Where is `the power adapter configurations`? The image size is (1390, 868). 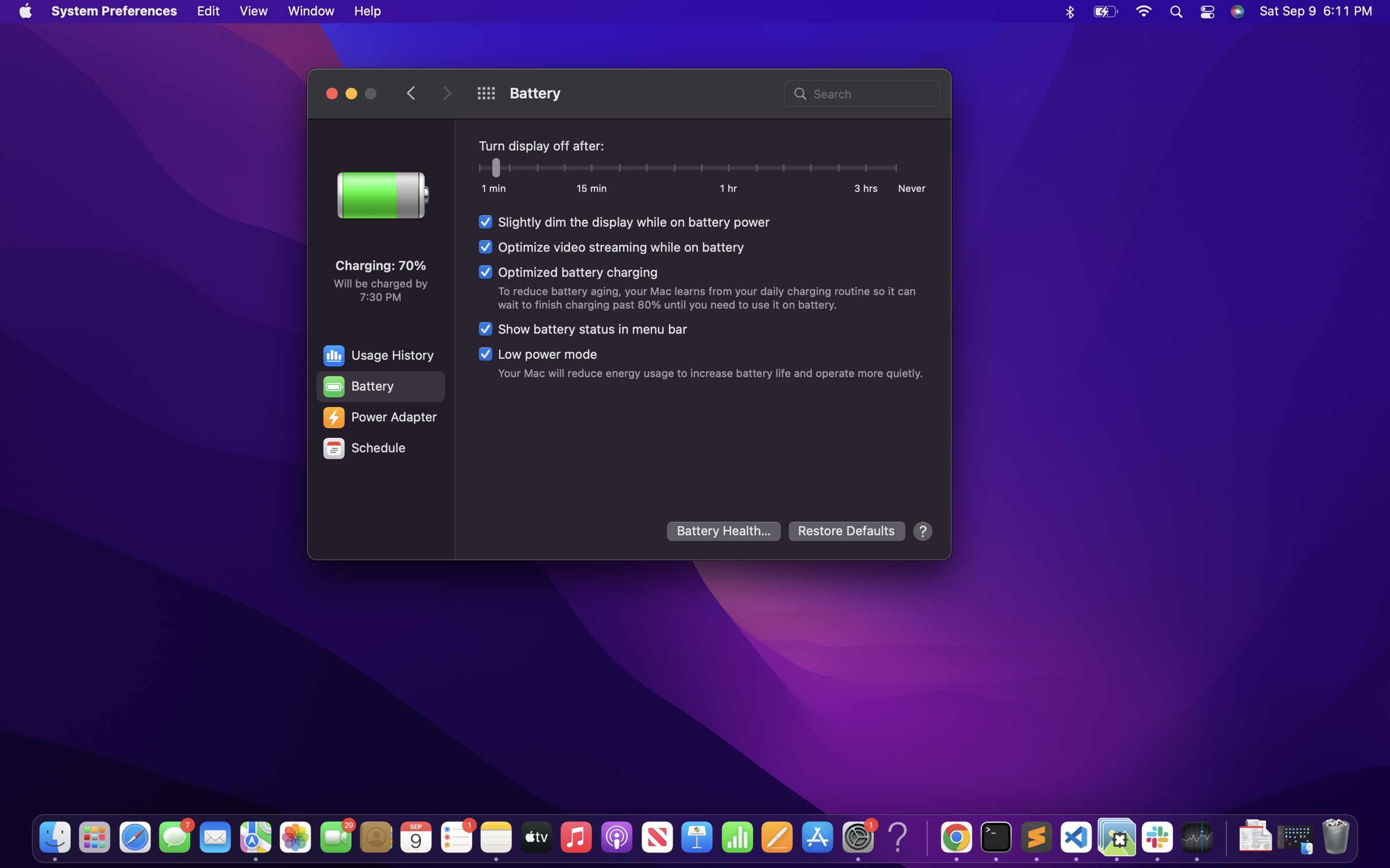
the power adapter configurations is located at coordinates (379, 417).